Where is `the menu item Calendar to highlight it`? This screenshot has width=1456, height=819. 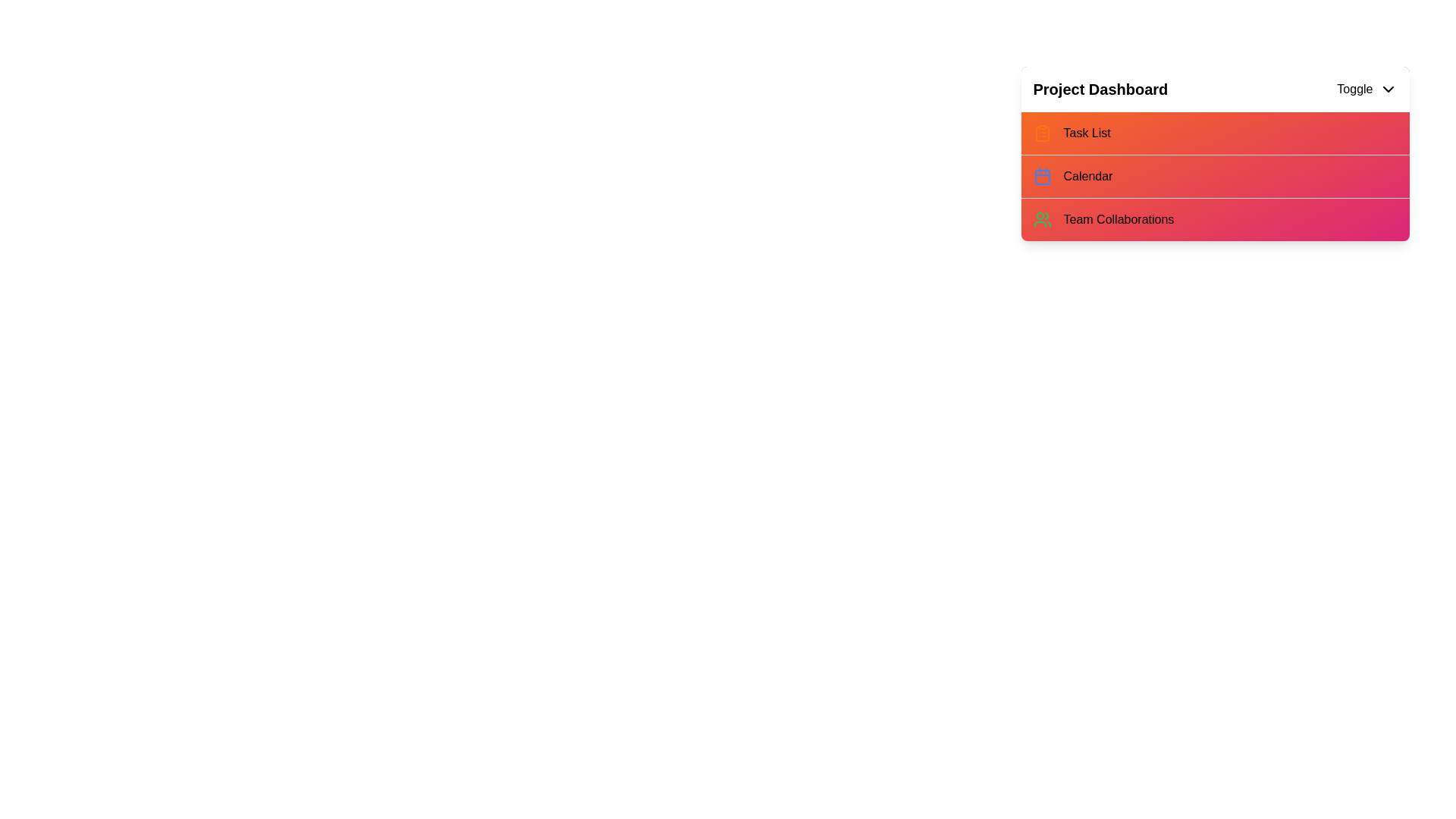
the menu item Calendar to highlight it is located at coordinates (1062, 175).